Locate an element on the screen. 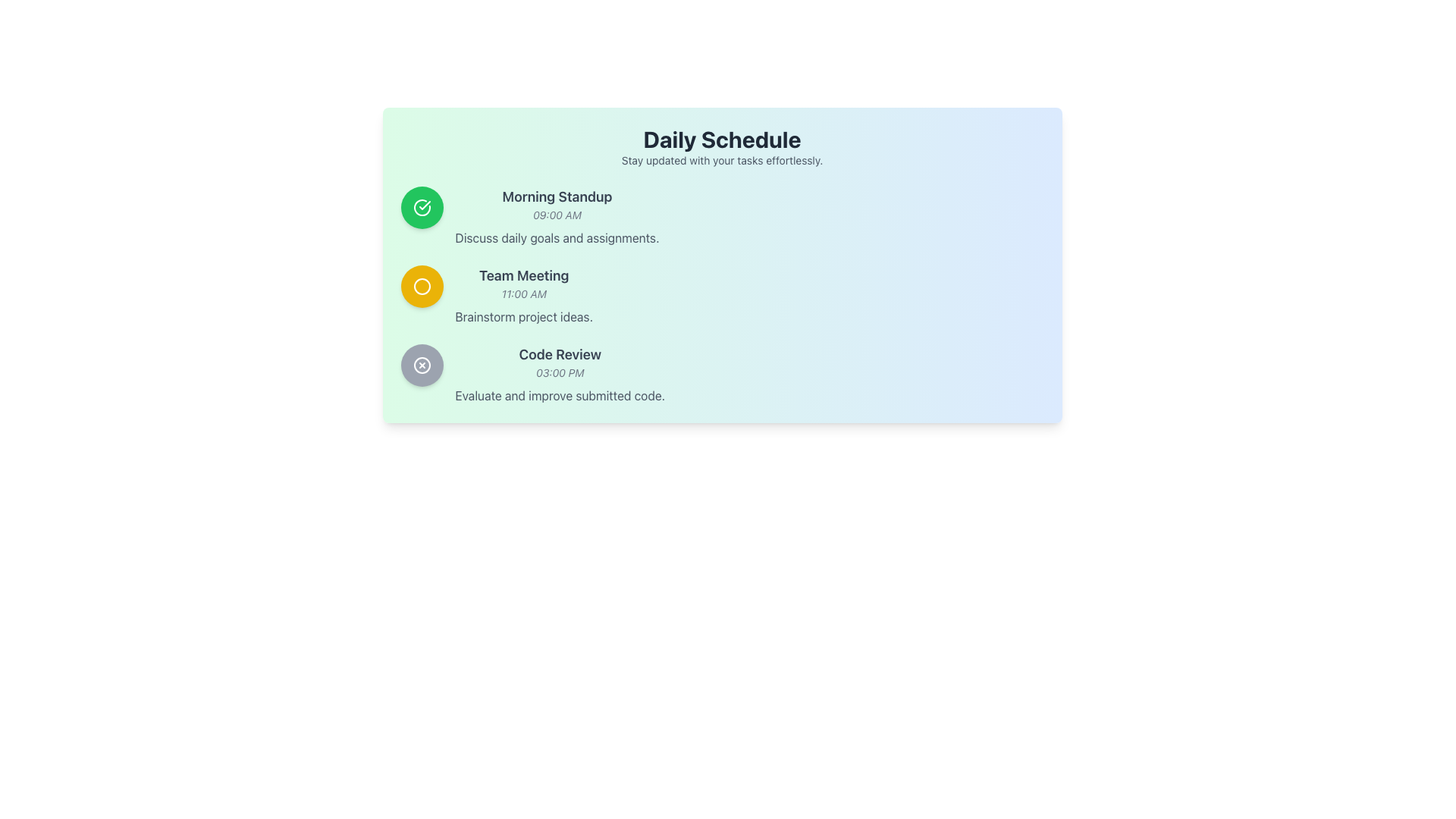  the third icon in the column of circled icons is located at coordinates (422, 366).